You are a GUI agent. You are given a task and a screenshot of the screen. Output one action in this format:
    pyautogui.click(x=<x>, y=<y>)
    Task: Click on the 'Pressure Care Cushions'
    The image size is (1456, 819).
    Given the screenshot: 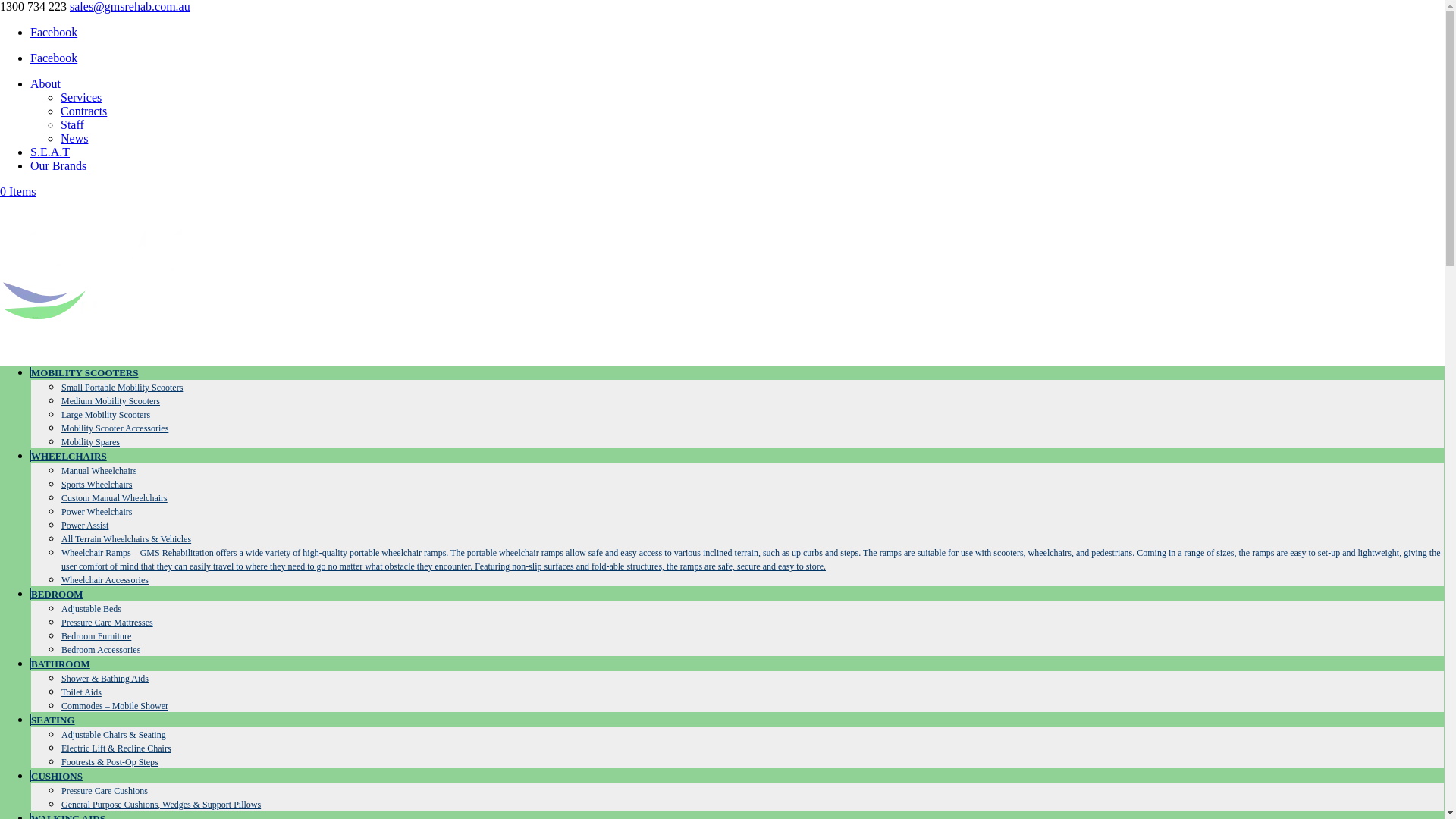 What is the action you would take?
    pyautogui.click(x=61, y=789)
    